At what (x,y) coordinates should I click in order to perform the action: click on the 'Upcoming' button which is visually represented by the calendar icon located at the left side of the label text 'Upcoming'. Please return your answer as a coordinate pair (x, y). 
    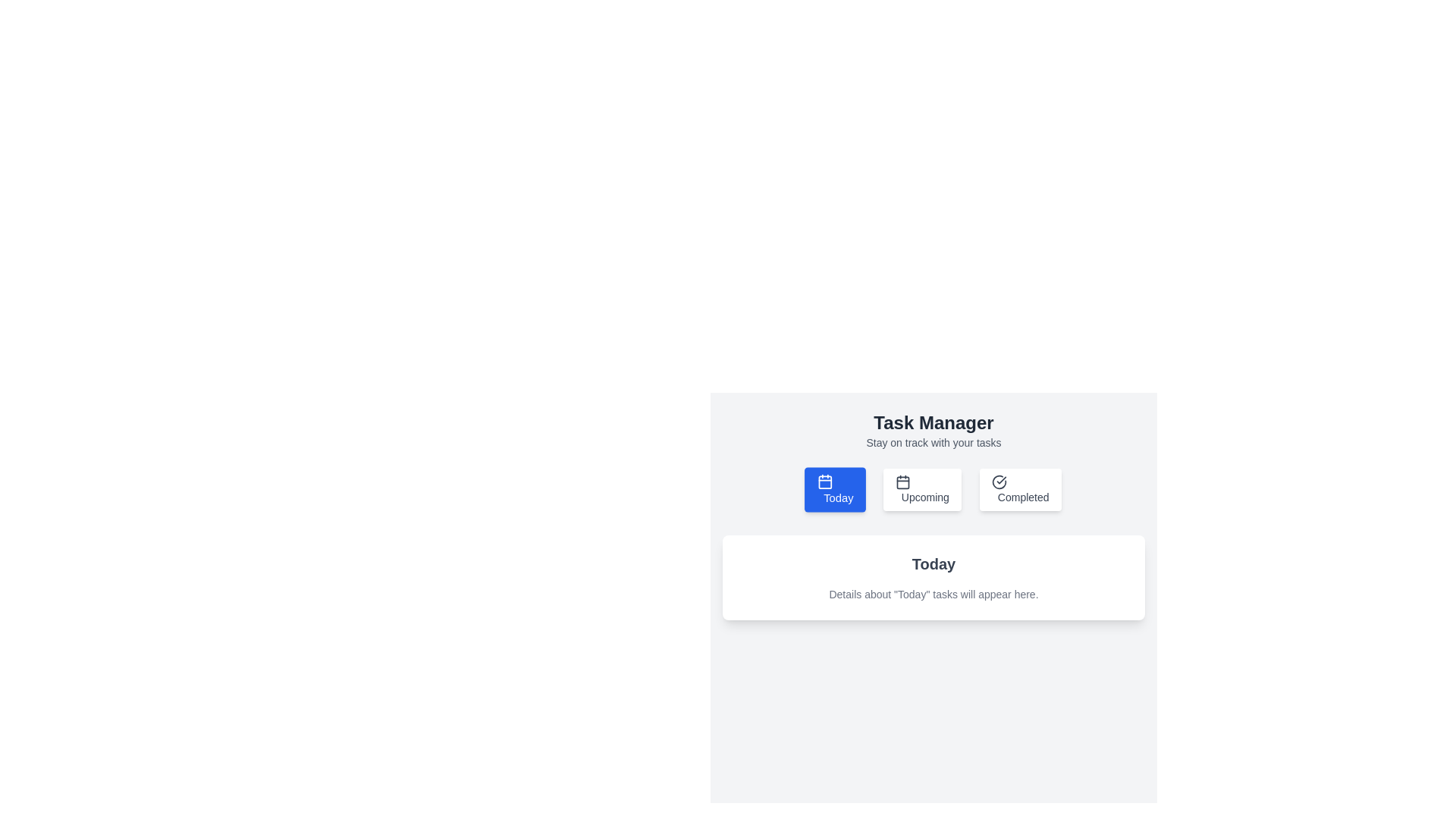
    Looking at the image, I should click on (902, 482).